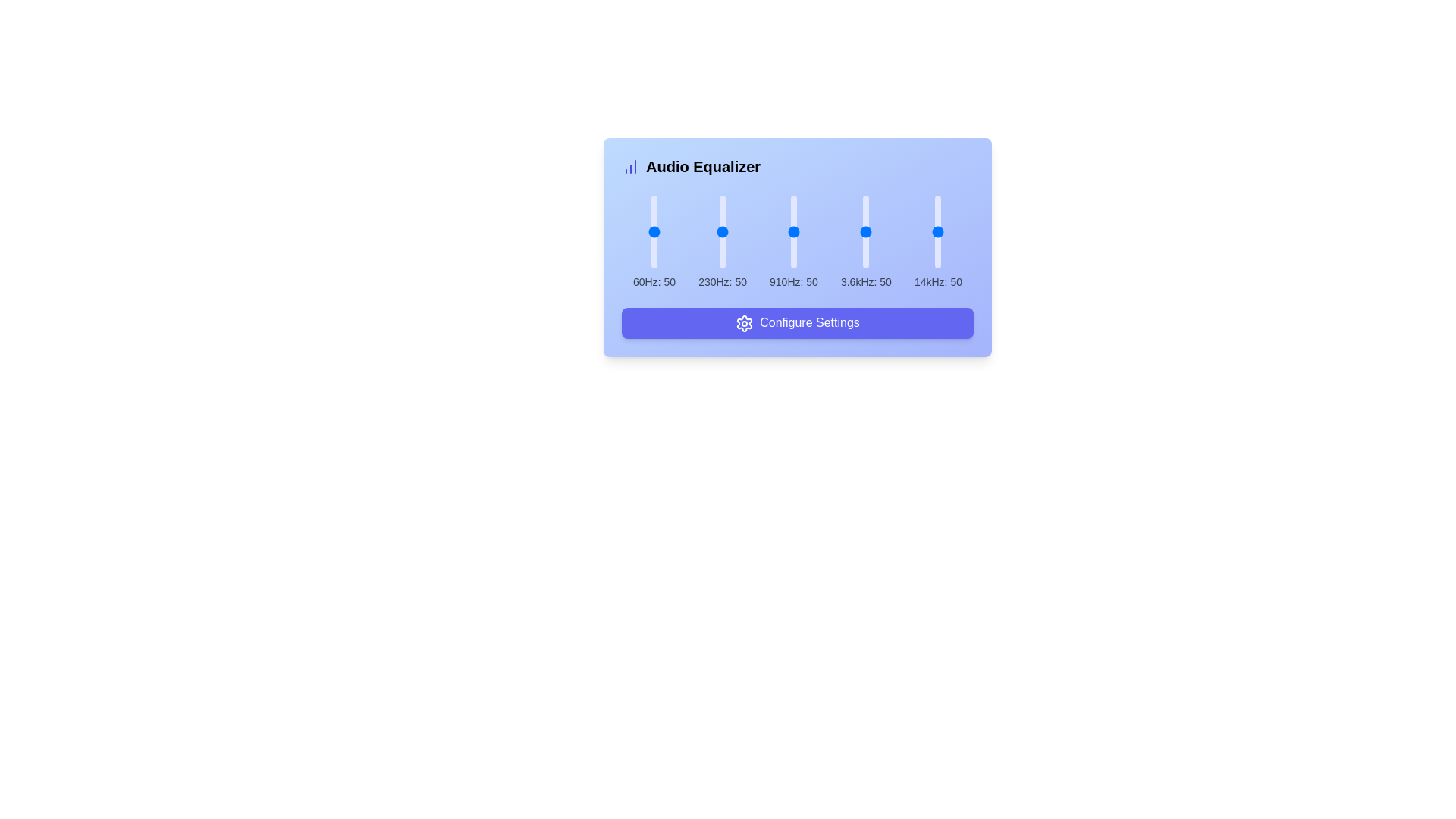 The height and width of the screenshot is (819, 1456). Describe the element at coordinates (937, 242) in the screenshot. I see `associated label and value of the vertical slider with a blue circular knob, which is the fifth slider in a row, displaying '14kHz: 50' below it` at that location.